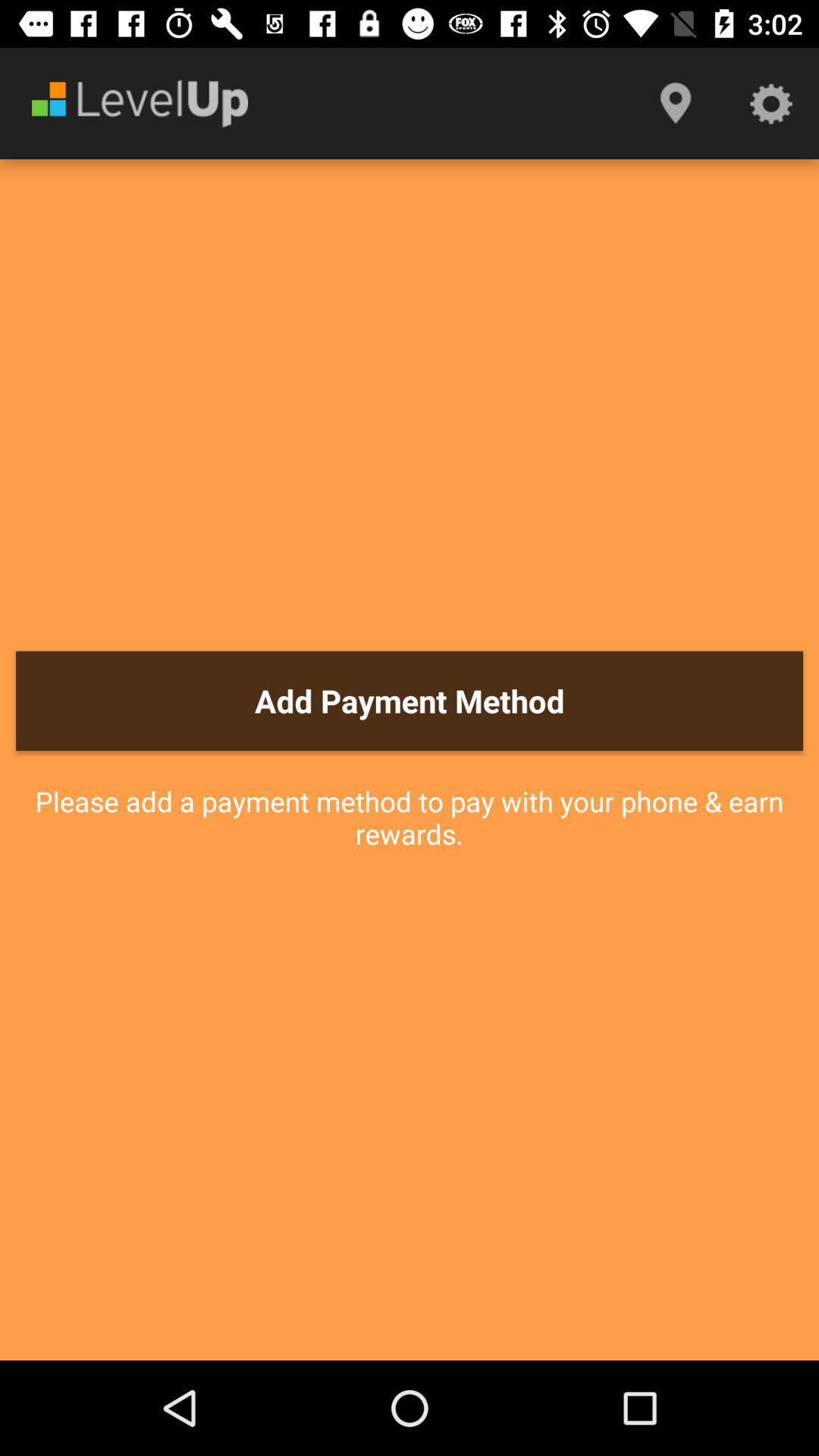  What do you see at coordinates (675, 102) in the screenshot?
I see `icon above the add payment method icon` at bounding box center [675, 102].